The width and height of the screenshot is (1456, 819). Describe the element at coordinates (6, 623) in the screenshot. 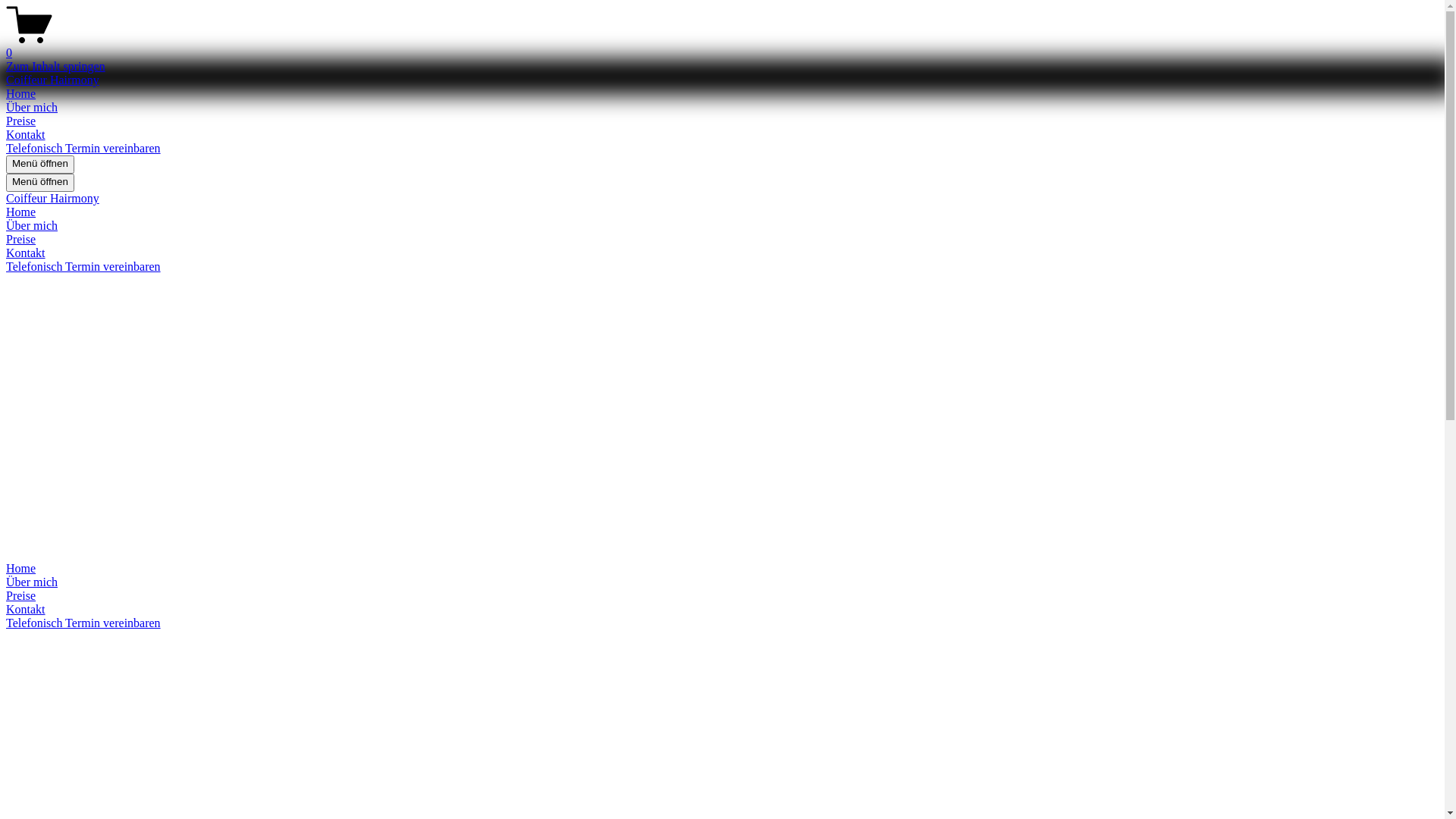

I see `'Telefonisch Termin vereinbaren'` at that location.